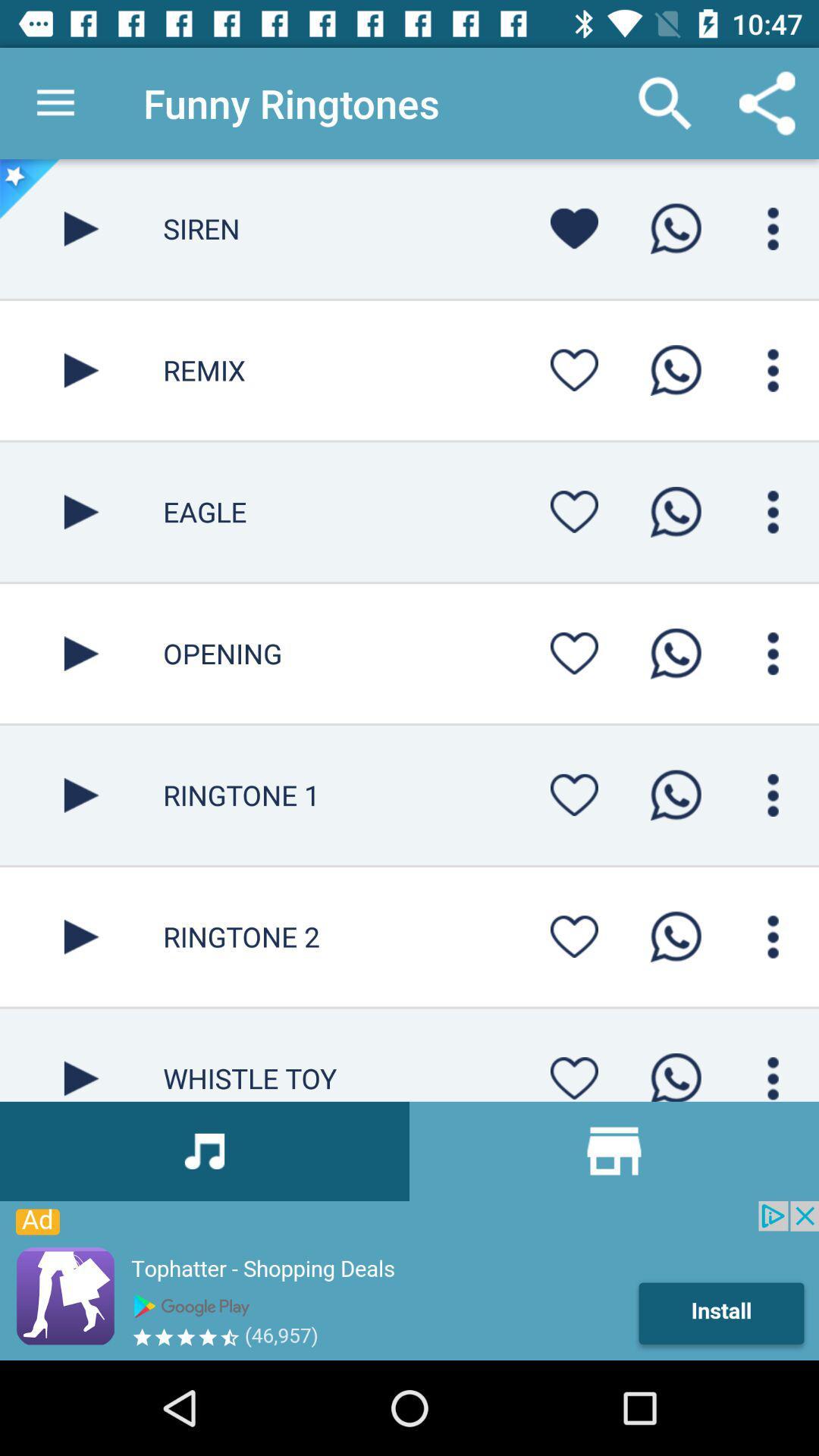 The width and height of the screenshot is (819, 1456). I want to click on like, so click(574, 512).